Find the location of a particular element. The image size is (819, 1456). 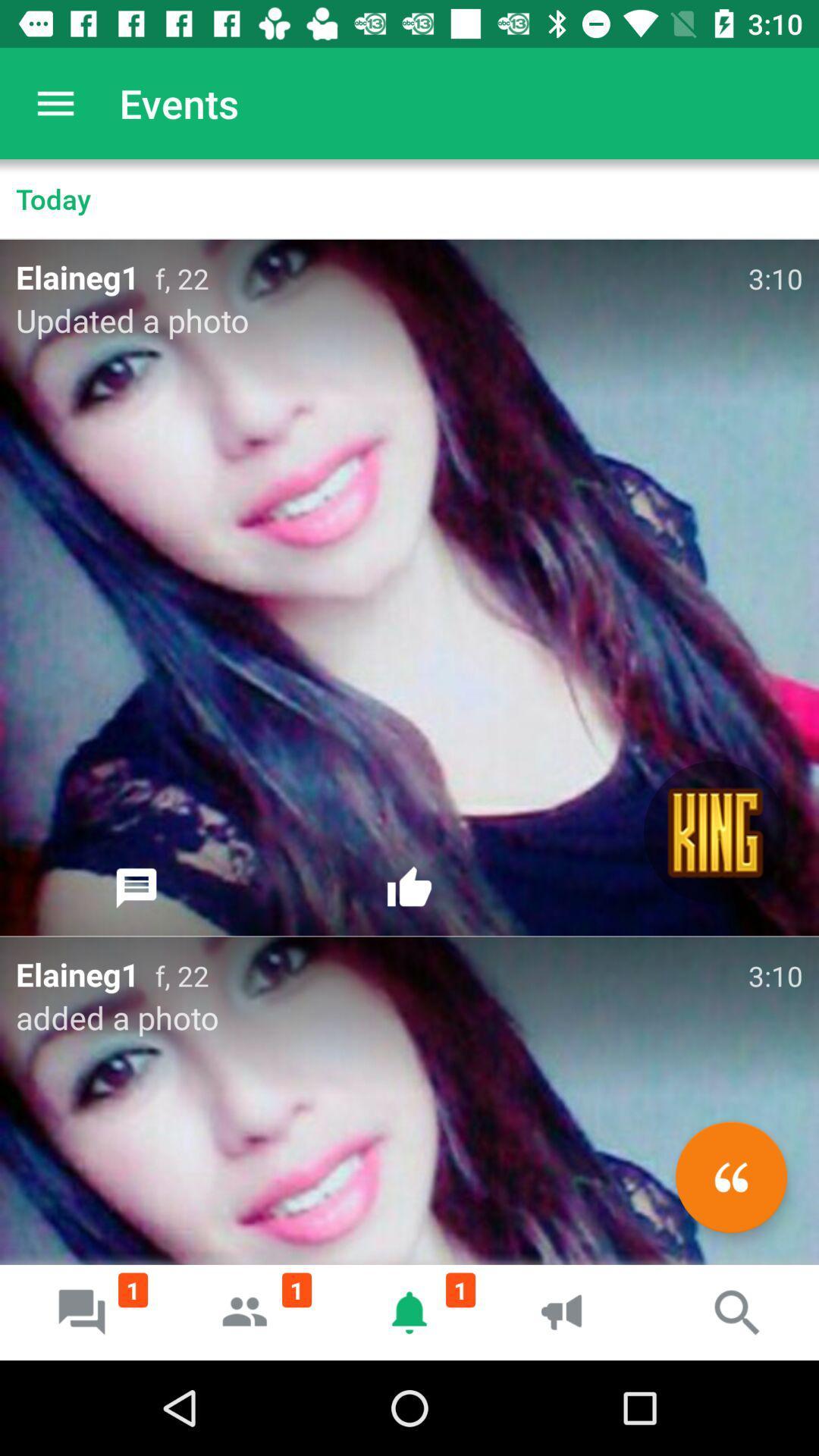

the av_rewind icon is located at coordinates (730, 1176).